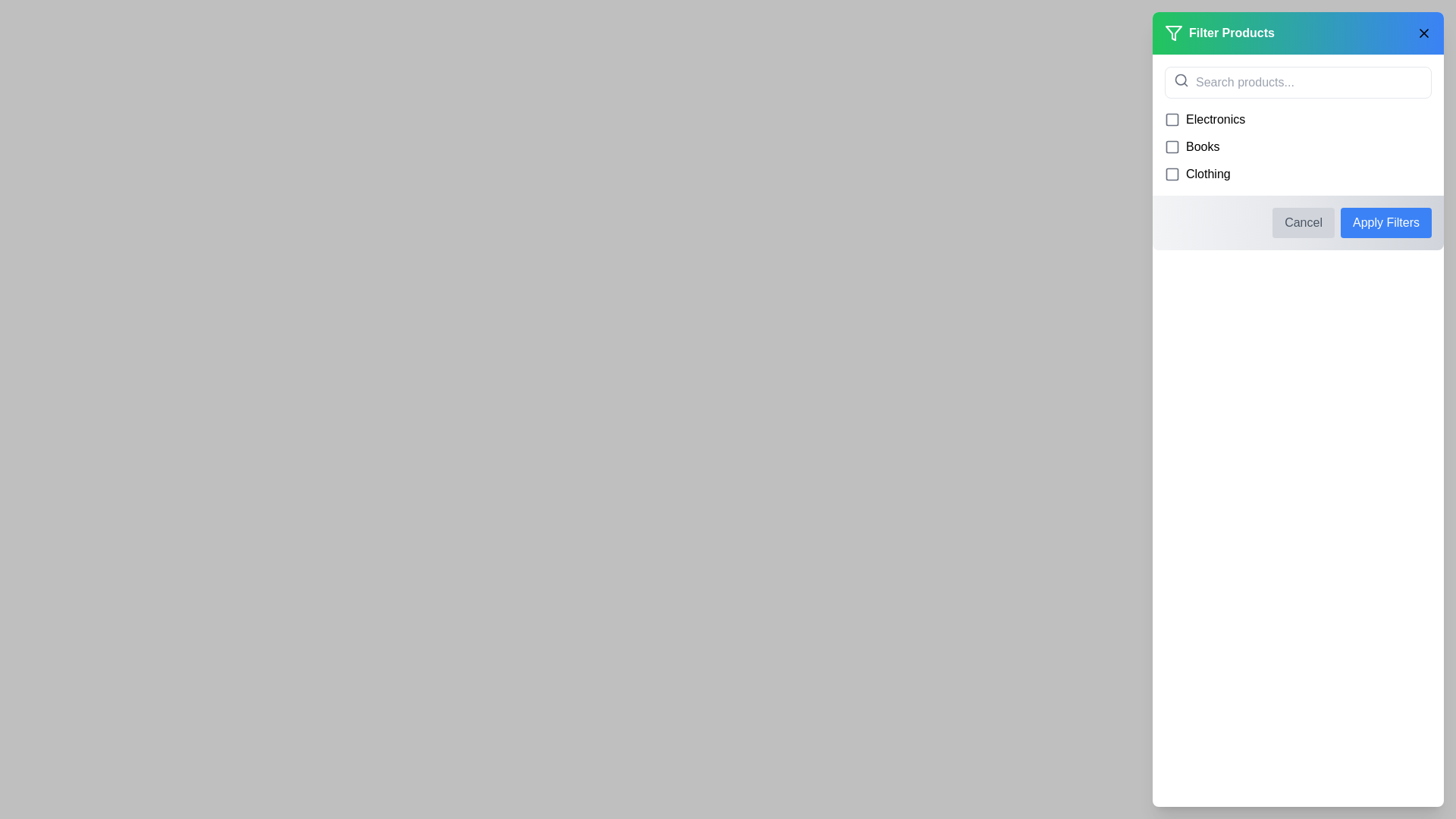 The image size is (1456, 819). What do you see at coordinates (1202, 146) in the screenshot?
I see `the Text Label for the filter option in the 'Filter Products' popup, which is located below 'Electronics' and above 'Clothing'` at bounding box center [1202, 146].